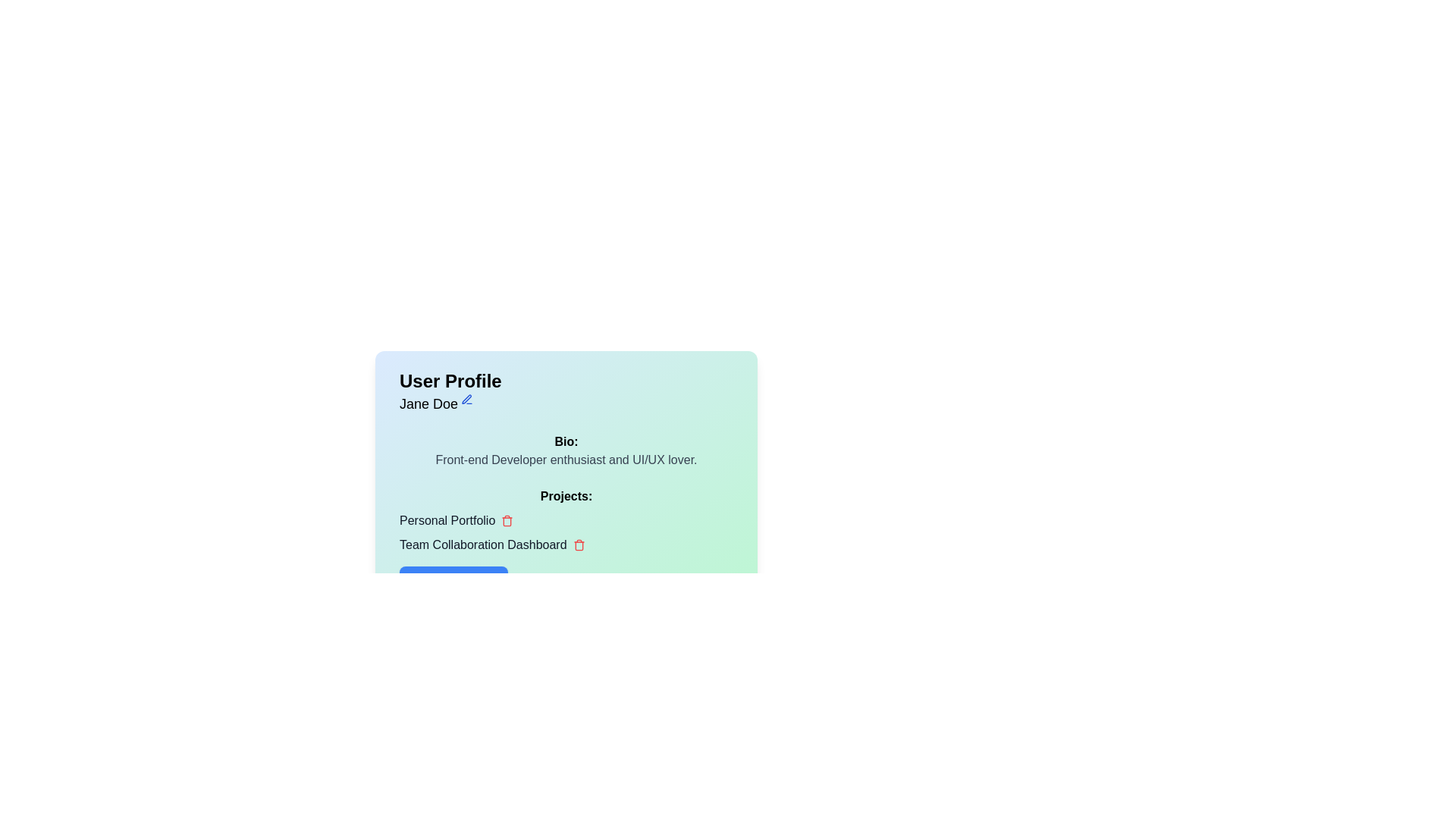 Image resolution: width=1456 pixels, height=819 pixels. Describe the element at coordinates (566, 541) in the screenshot. I see `the project names in the 'Projects:' section of the user profile card, which includes 'Personal Portfolio' and 'Team Collaboration Dashboard'` at that location.